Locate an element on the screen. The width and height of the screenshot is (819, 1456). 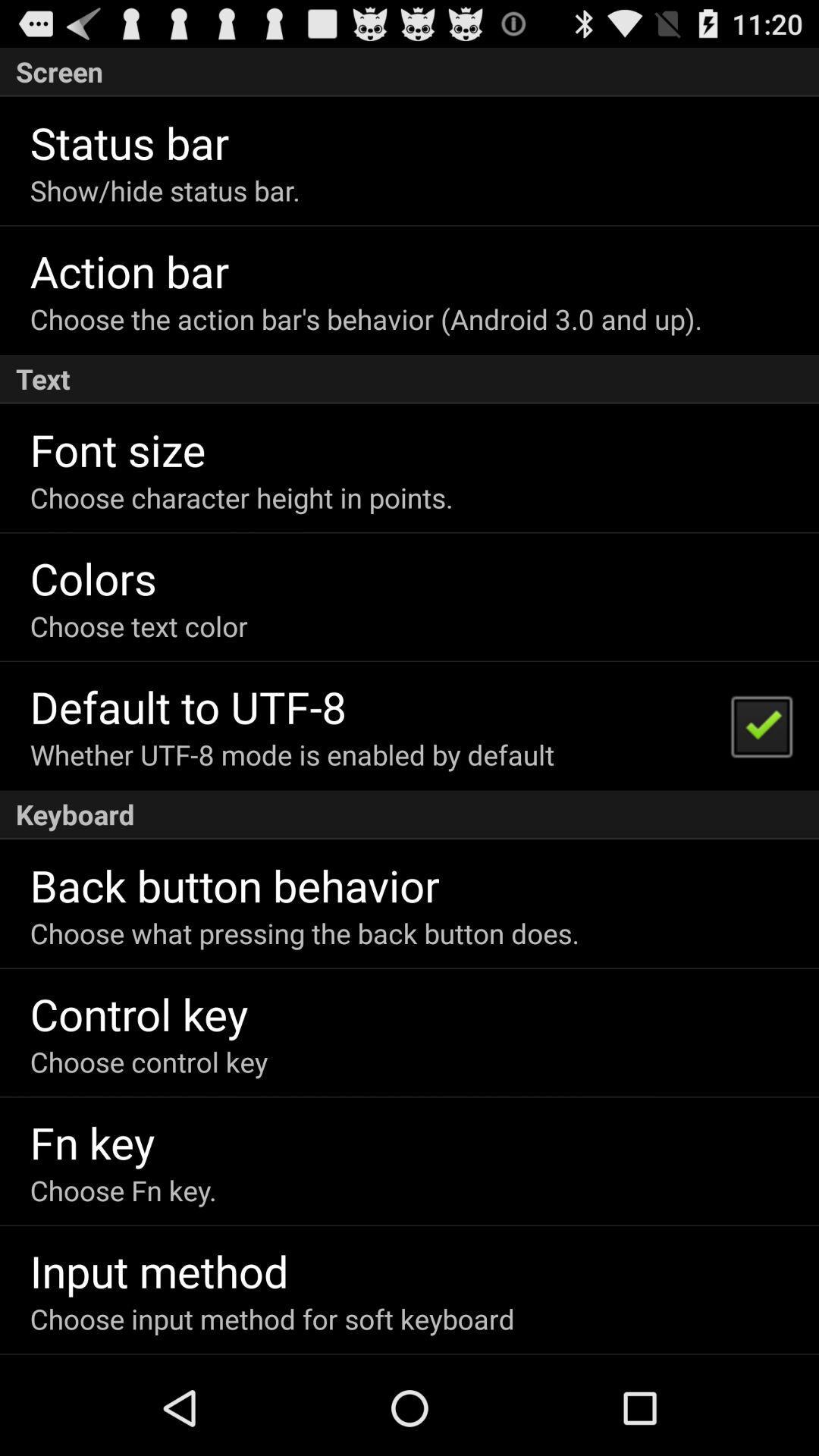
the choose text color is located at coordinates (139, 626).